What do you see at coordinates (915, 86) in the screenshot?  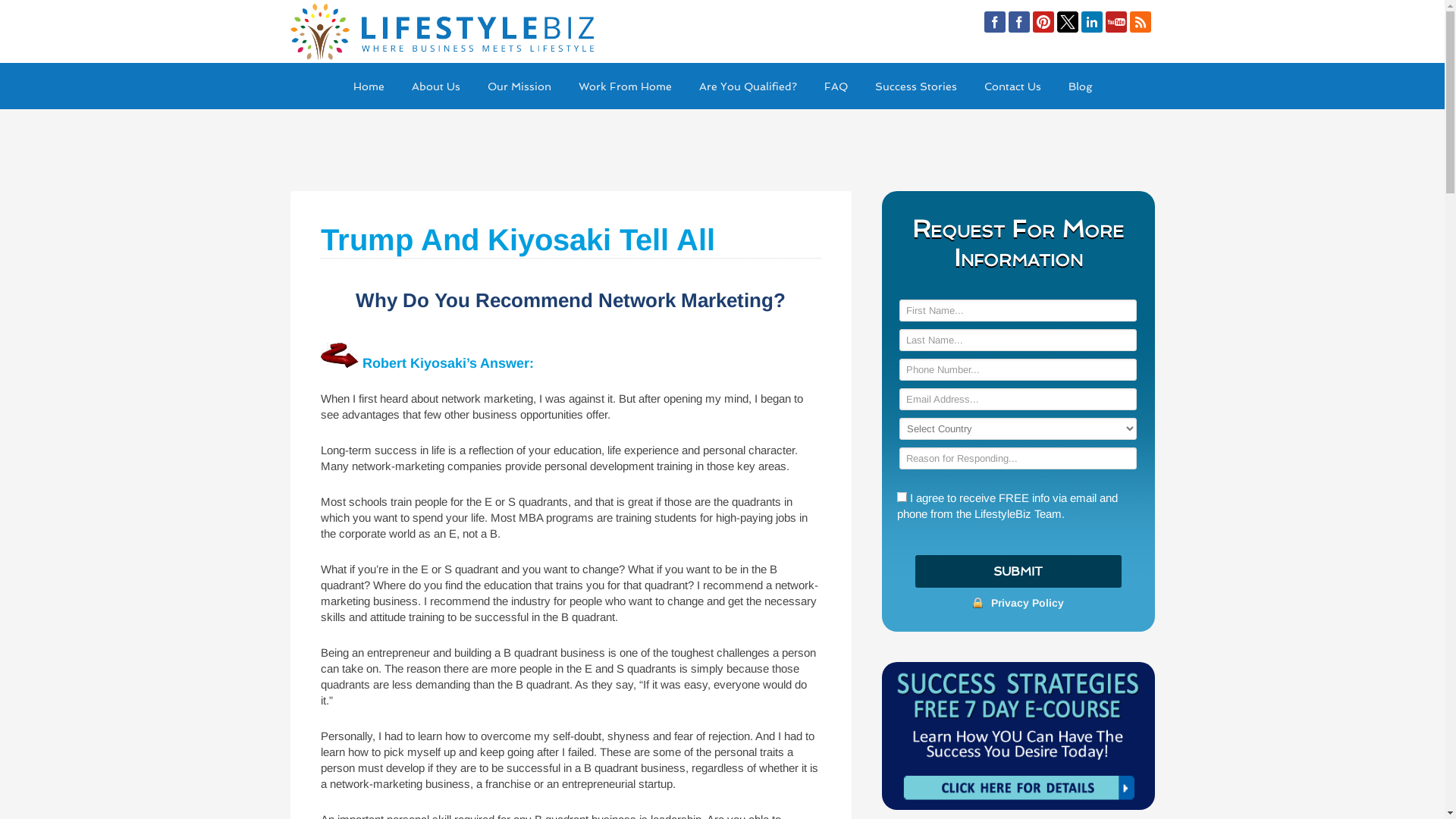 I see `'Success Stories'` at bounding box center [915, 86].